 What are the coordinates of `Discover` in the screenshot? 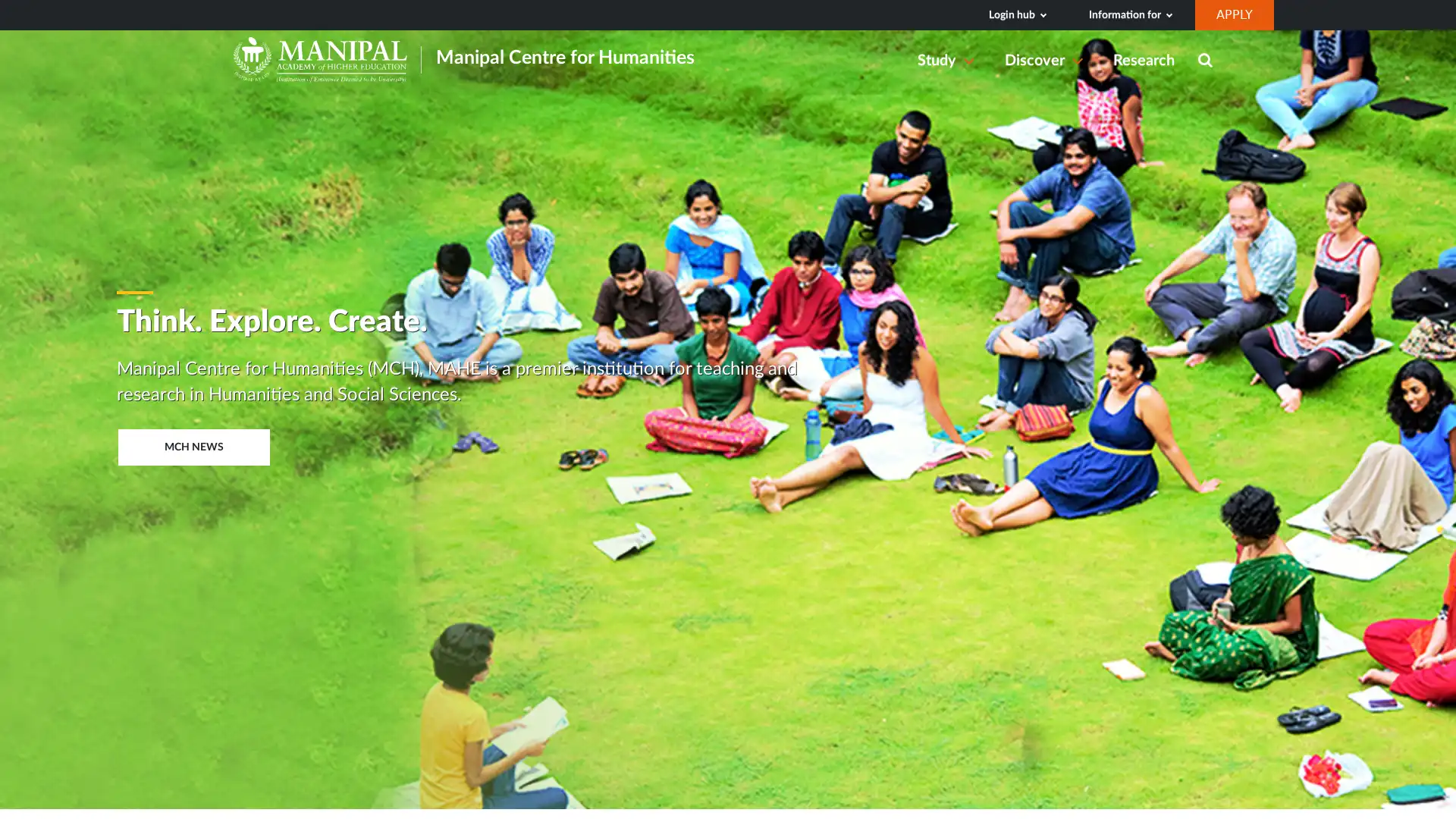 It's located at (1046, 60).